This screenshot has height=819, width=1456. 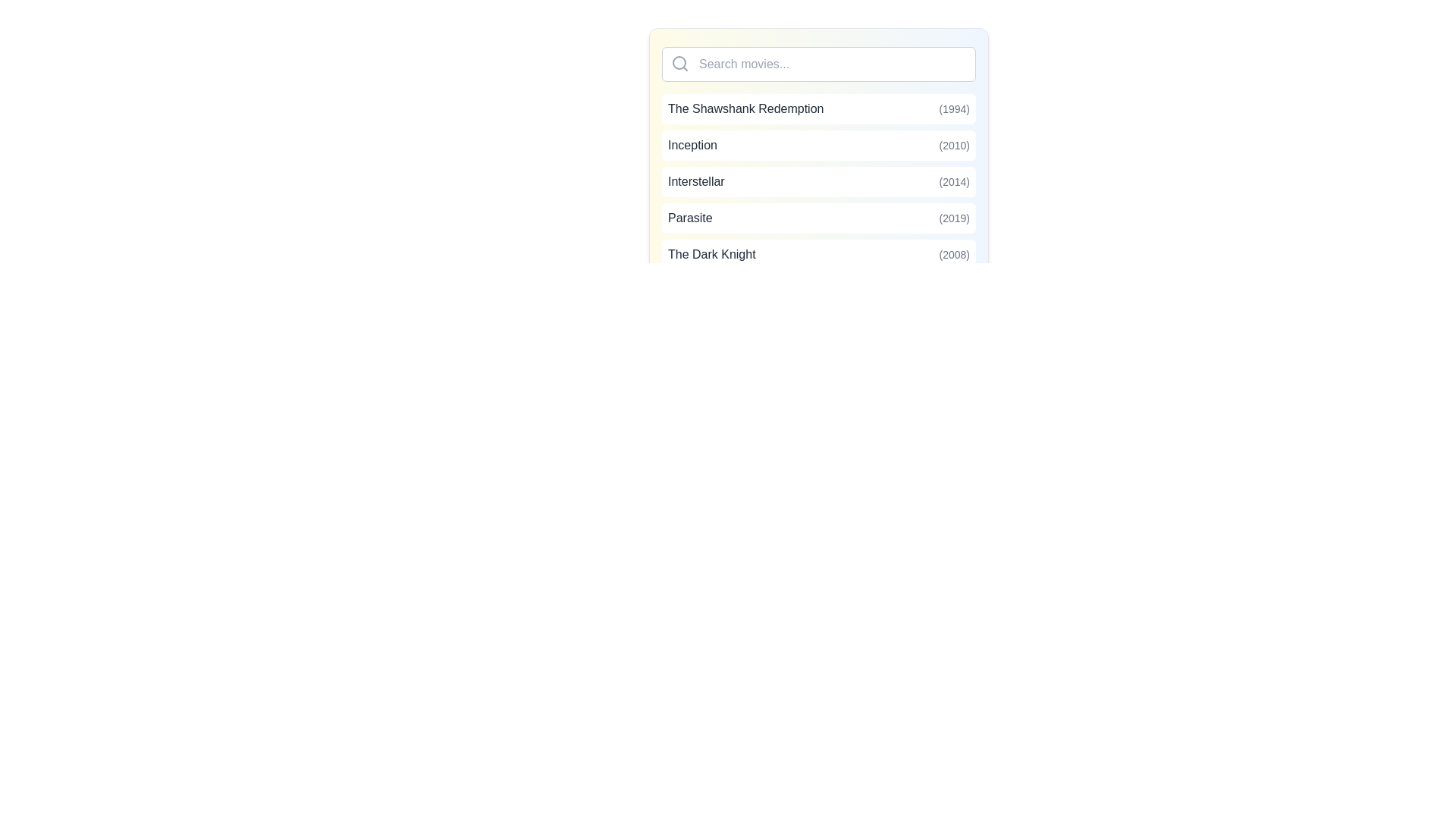 I want to click on the label displaying the year '(1994)', which is positioned at the right end of the row for the movie title 'The Shawshank Redemption', so click(x=953, y=108).